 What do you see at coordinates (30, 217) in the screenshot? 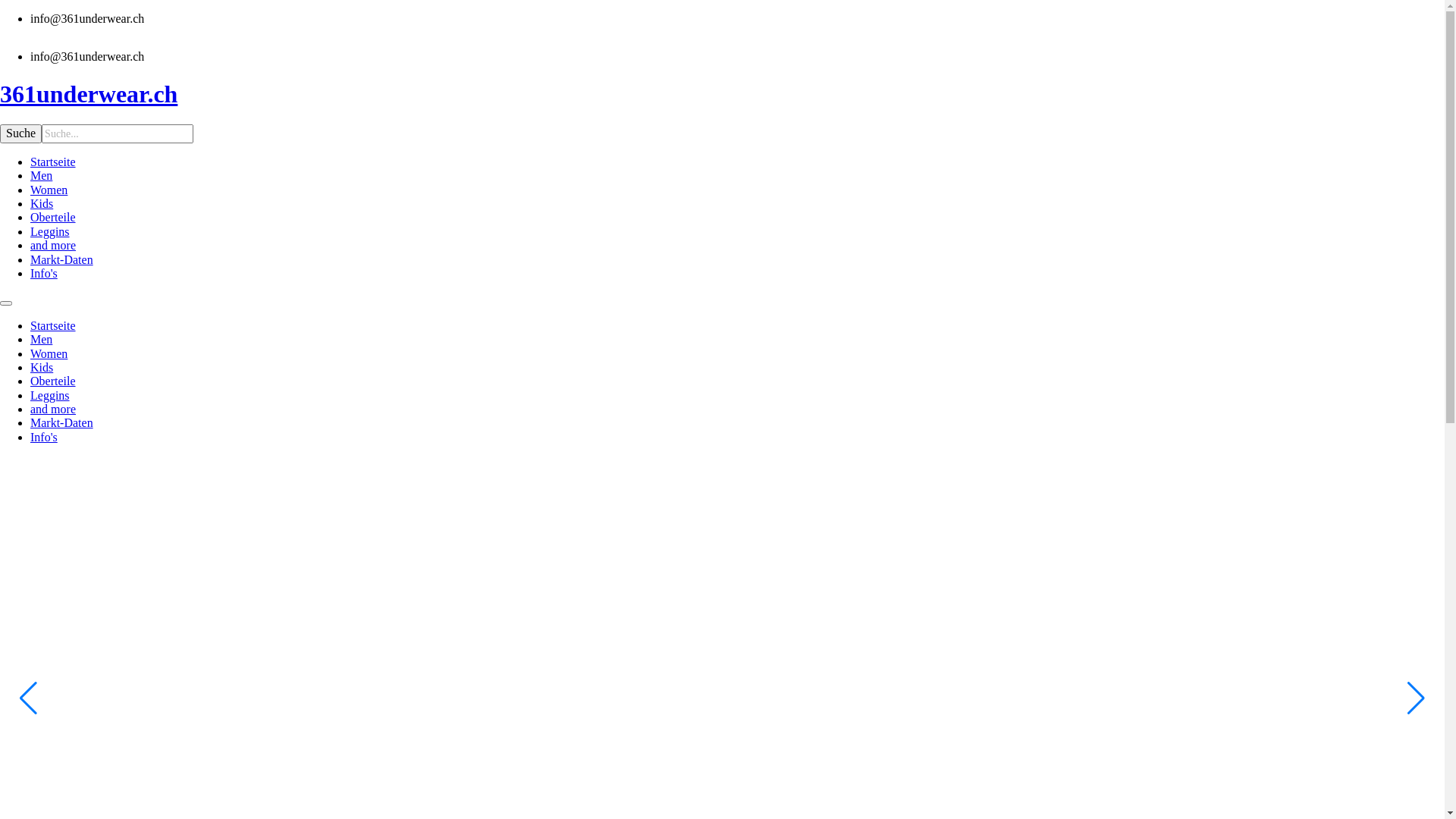
I see `'Oberteile'` at bounding box center [30, 217].